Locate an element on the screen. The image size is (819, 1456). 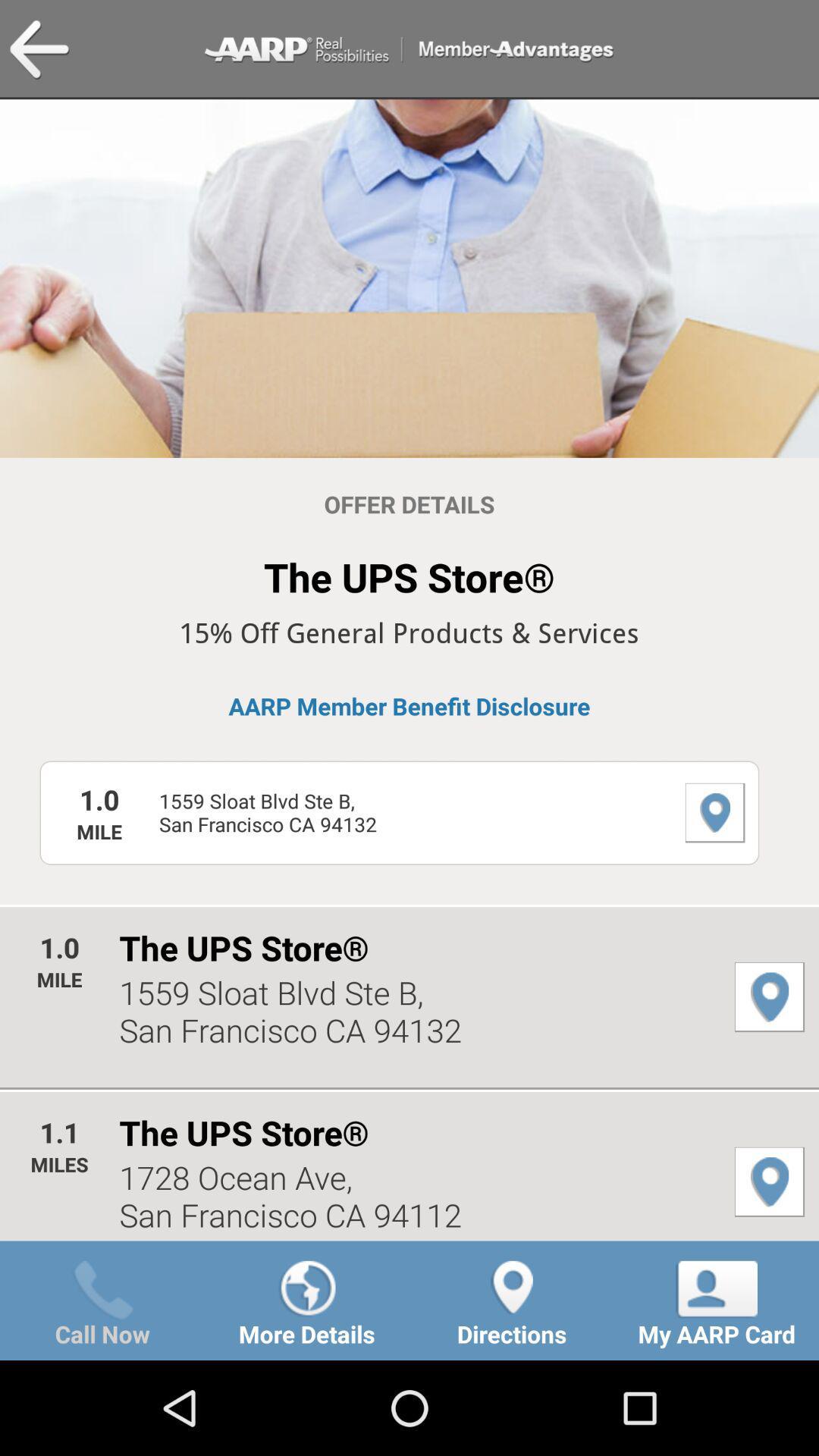
the location icon is located at coordinates (770, 1265).